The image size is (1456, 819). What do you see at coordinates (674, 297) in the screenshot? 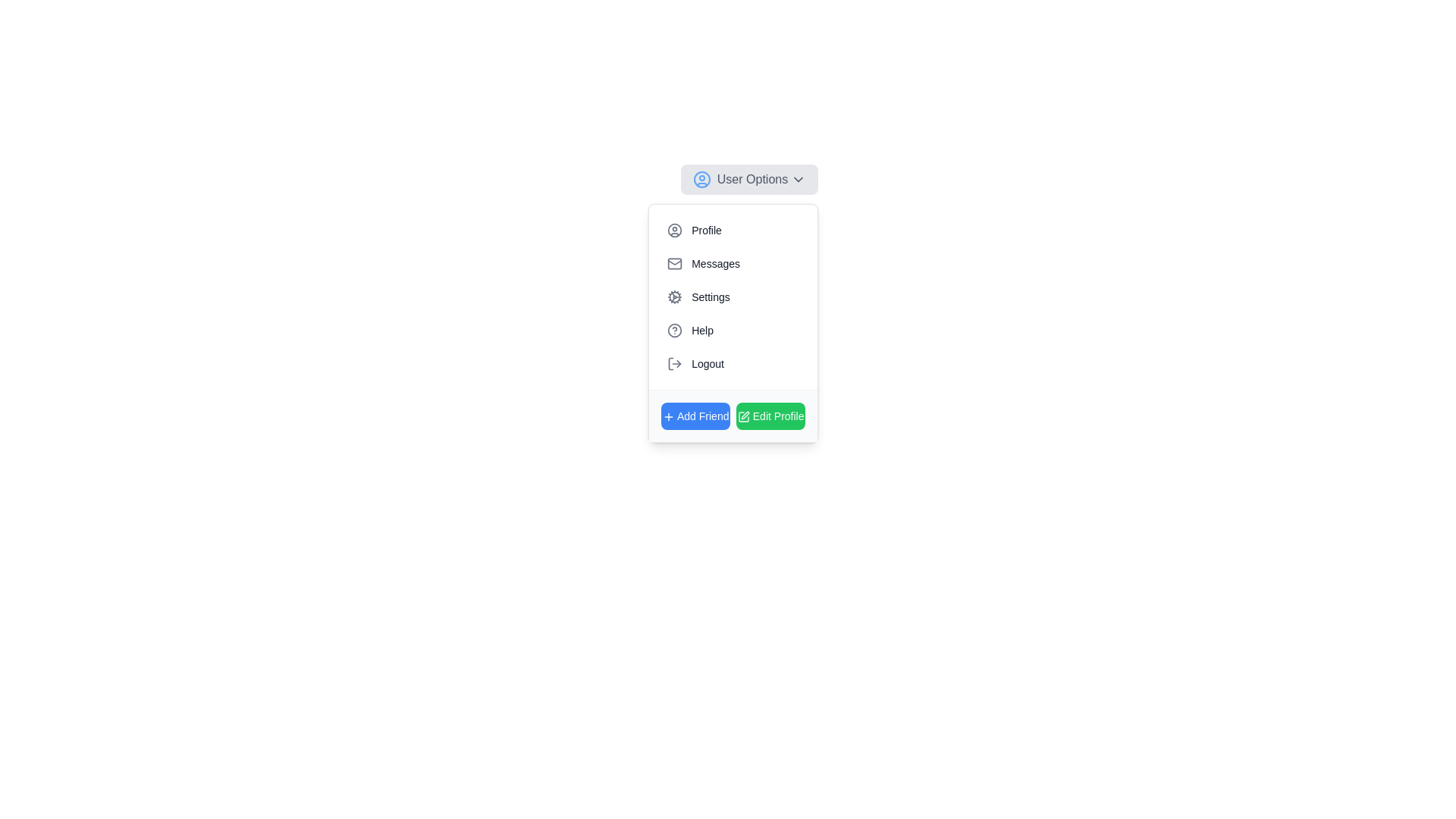
I see `the cogwheel icon in the third row of the dropdown menu under 'User Options', which represents settings or configuration options` at bounding box center [674, 297].